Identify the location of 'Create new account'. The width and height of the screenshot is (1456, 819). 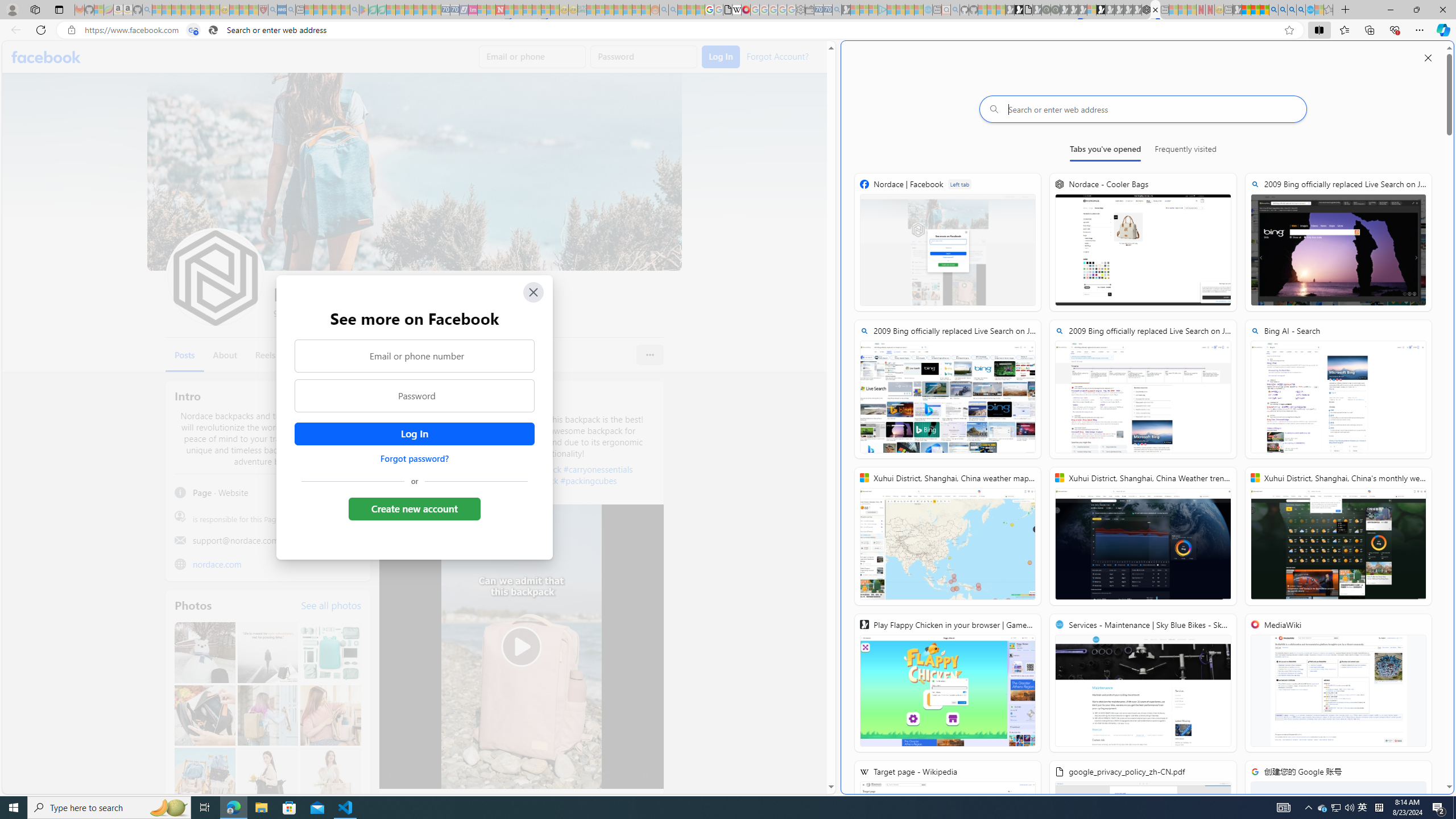
(413, 508).